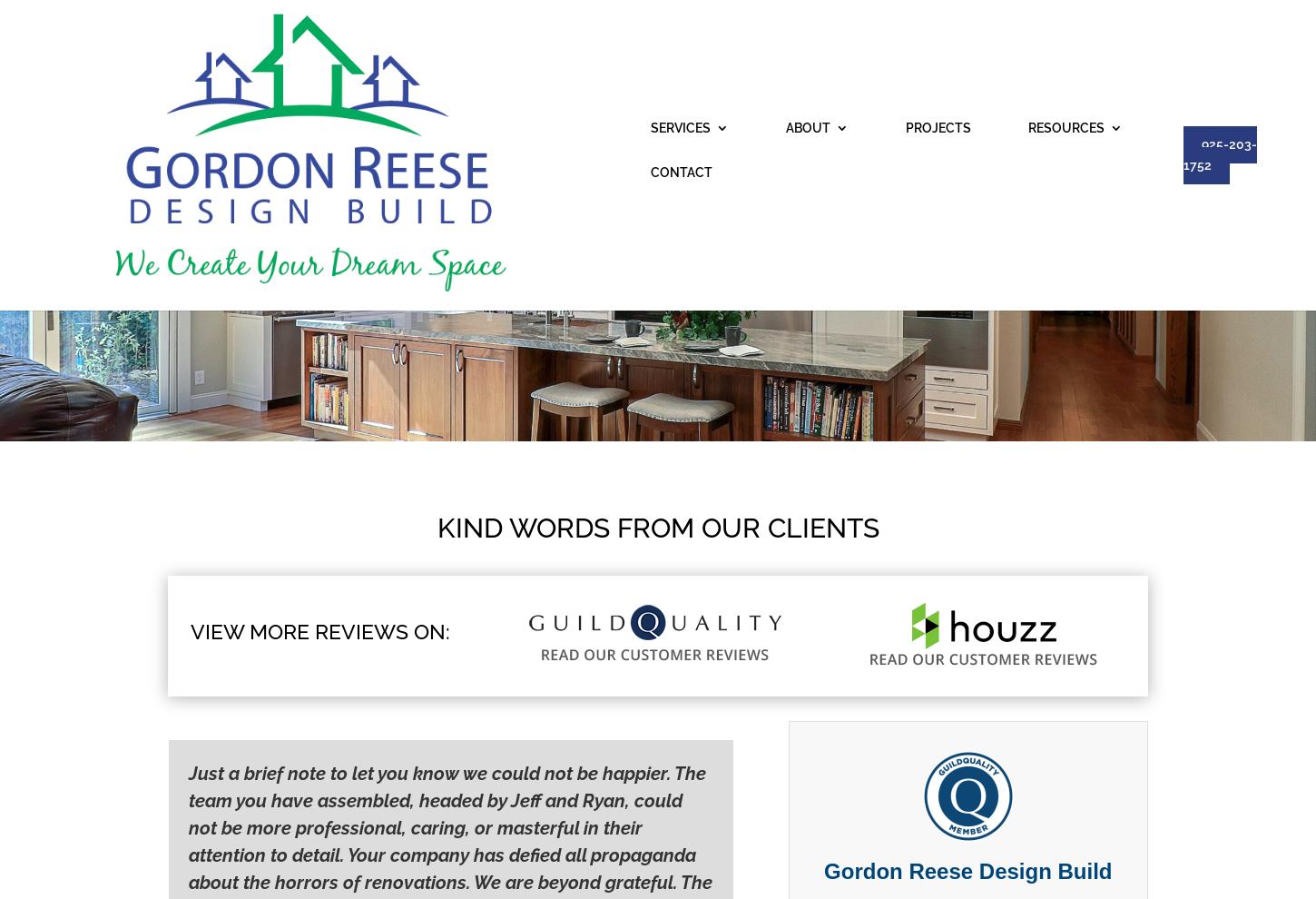 The height and width of the screenshot is (899, 1316). What do you see at coordinates (566, 152) in the screenshot?
I see `'Awards'` at bounding box center [566, 152].